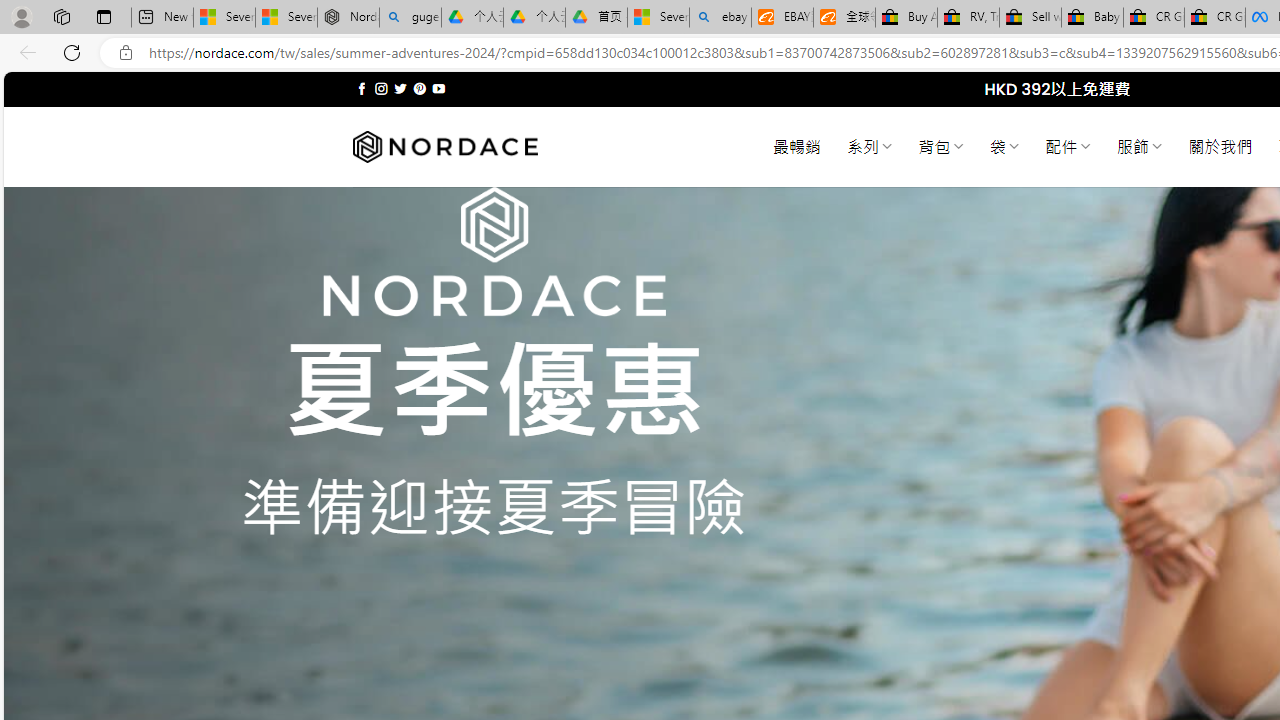 Image resolution: width=1280 pixels, height=720 pixels. What do you see at coordinates (1091, 17) in the screenshot?
I see `'Baby Keepsakes & Announcements for sale | eBay'` at bounding box center [1091, 17].